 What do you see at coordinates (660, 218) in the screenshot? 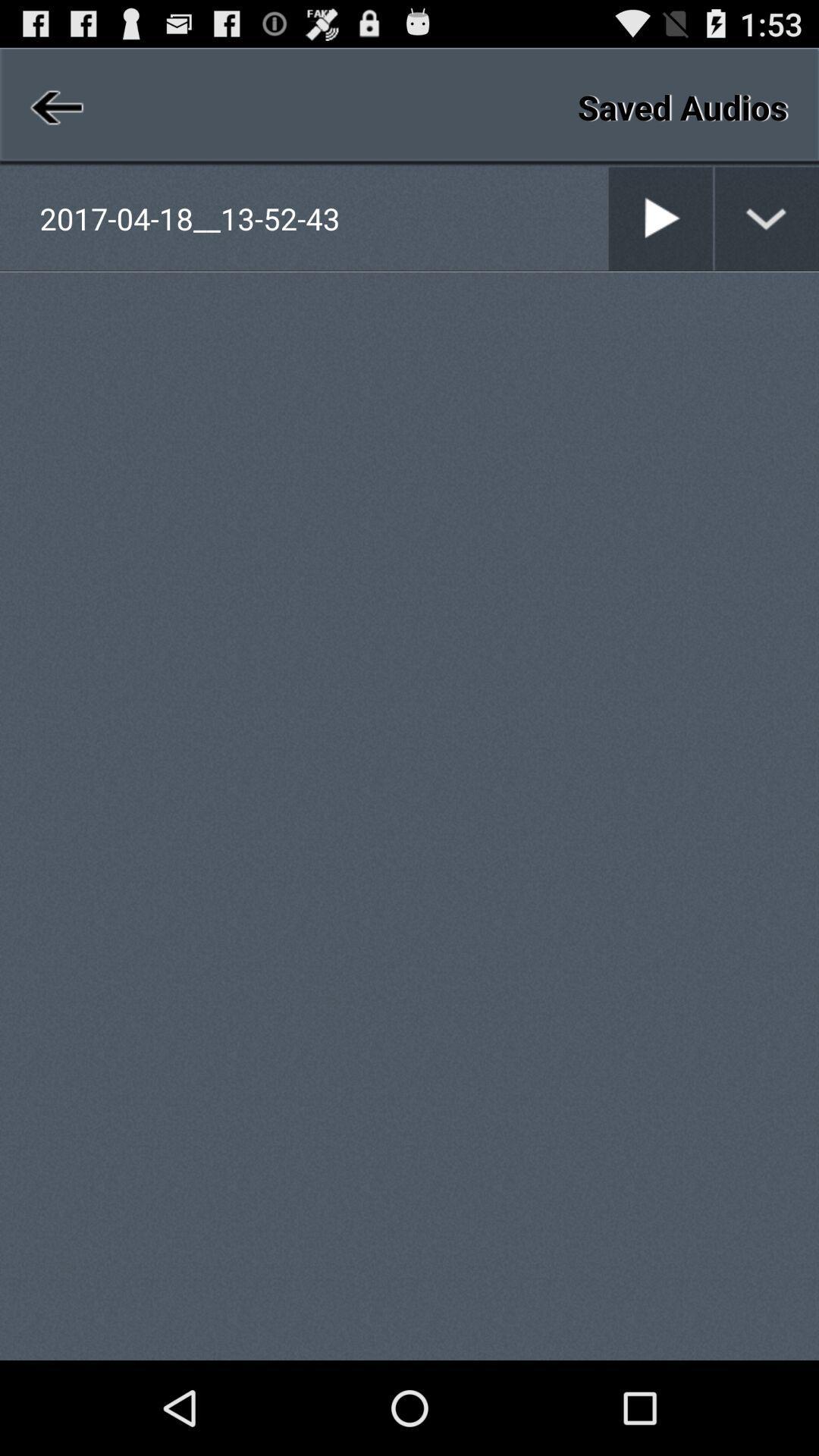
I see `audio` at bounding box center [660, 218].